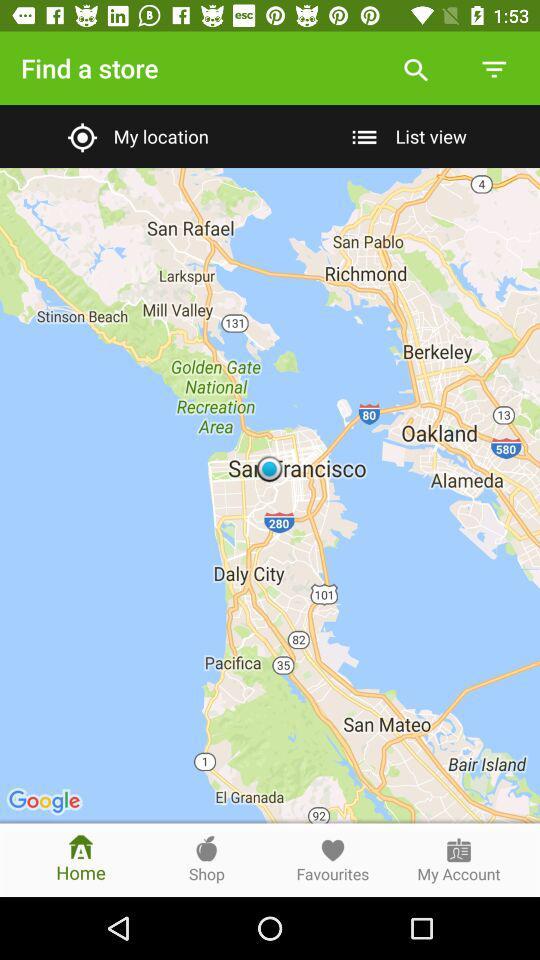 The height and width of the screenshot is (960, 540). What do you see at coordinates (405, 135) in the screenshot?
I see `list view icon` at bounding box center [405, 135].